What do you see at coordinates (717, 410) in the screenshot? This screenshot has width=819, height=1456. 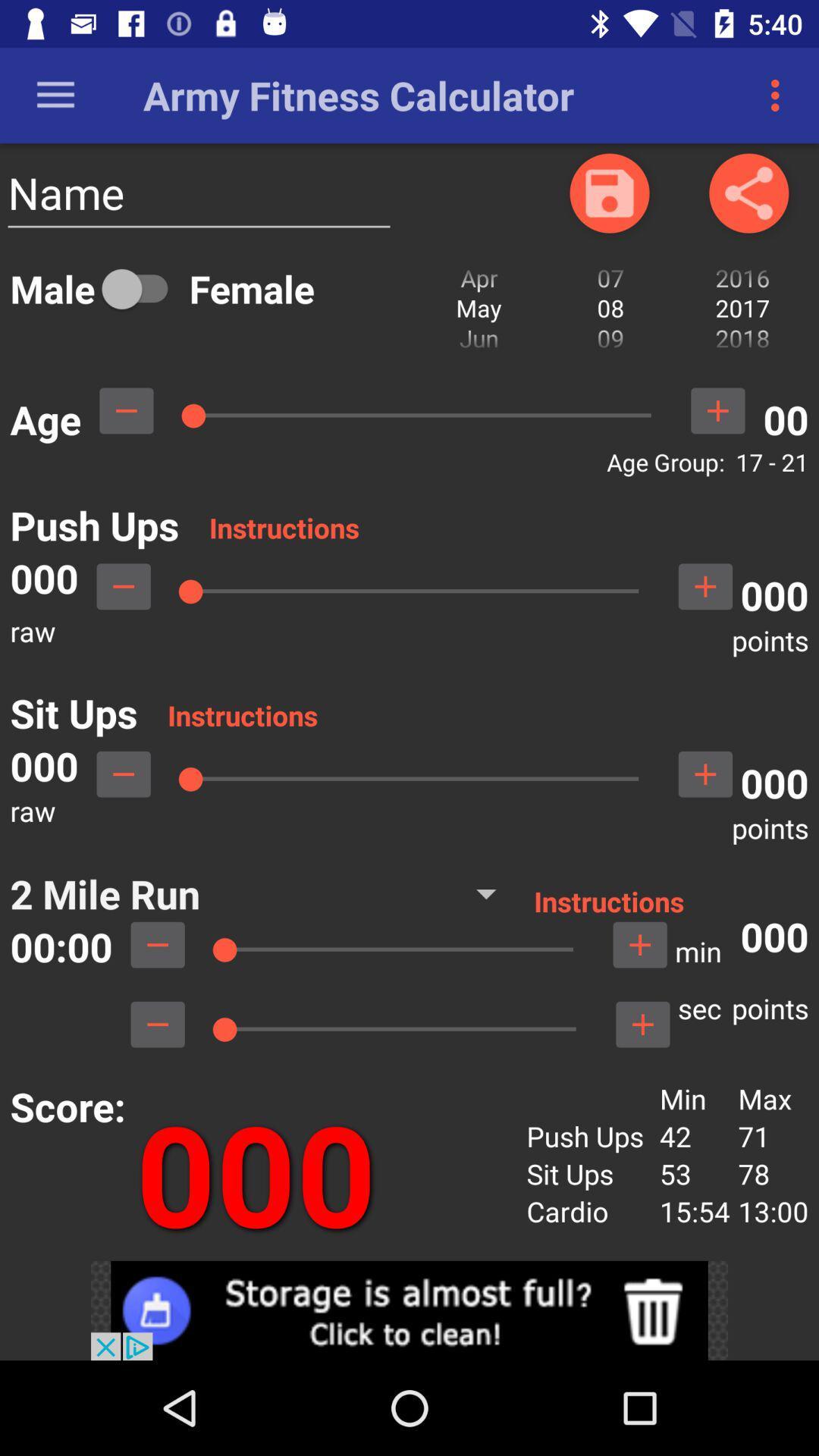 I see `the add icon` at bounding box center [717, 410].